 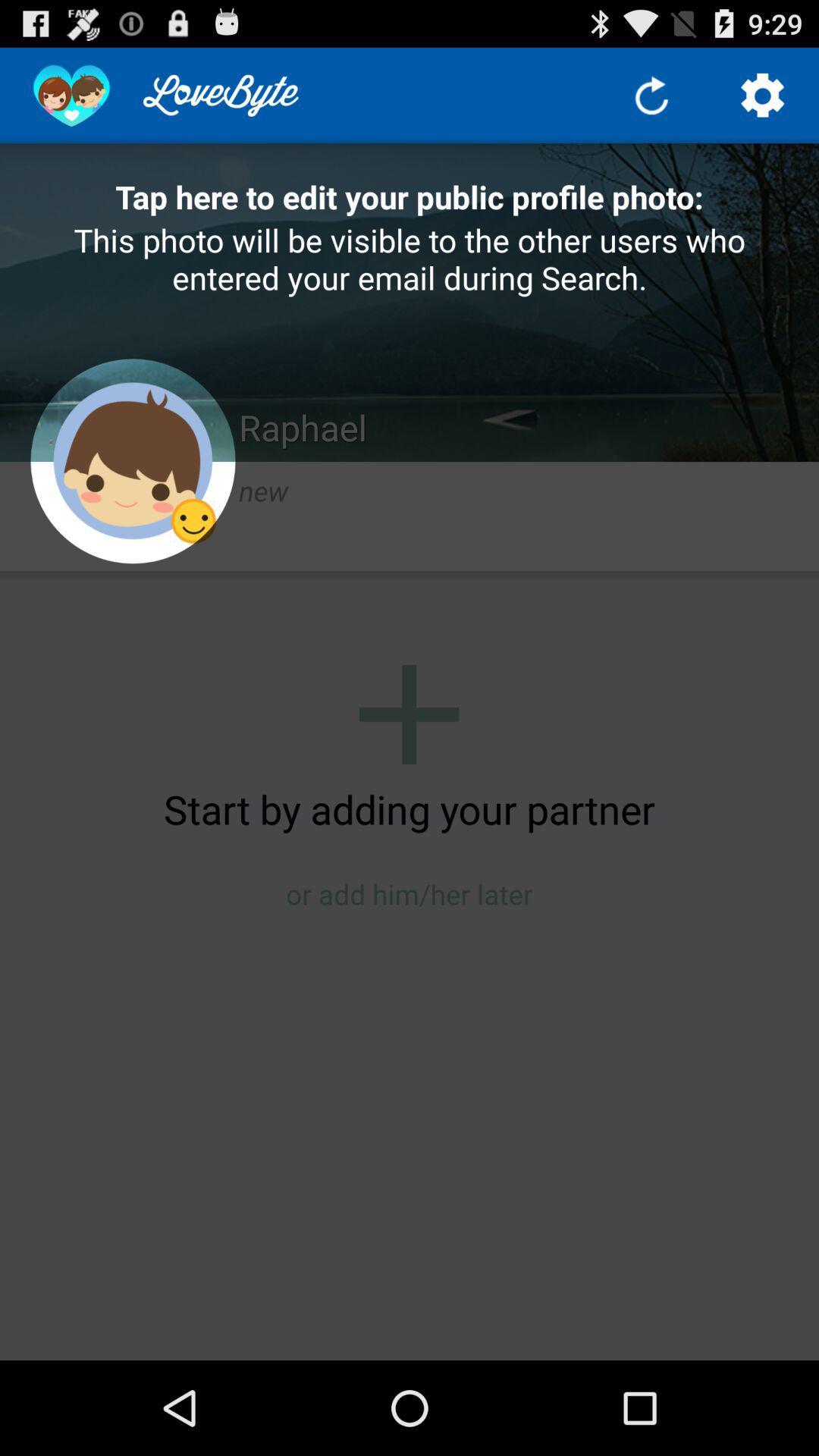 I want to click on refresh page, so click(x=651, y=94).